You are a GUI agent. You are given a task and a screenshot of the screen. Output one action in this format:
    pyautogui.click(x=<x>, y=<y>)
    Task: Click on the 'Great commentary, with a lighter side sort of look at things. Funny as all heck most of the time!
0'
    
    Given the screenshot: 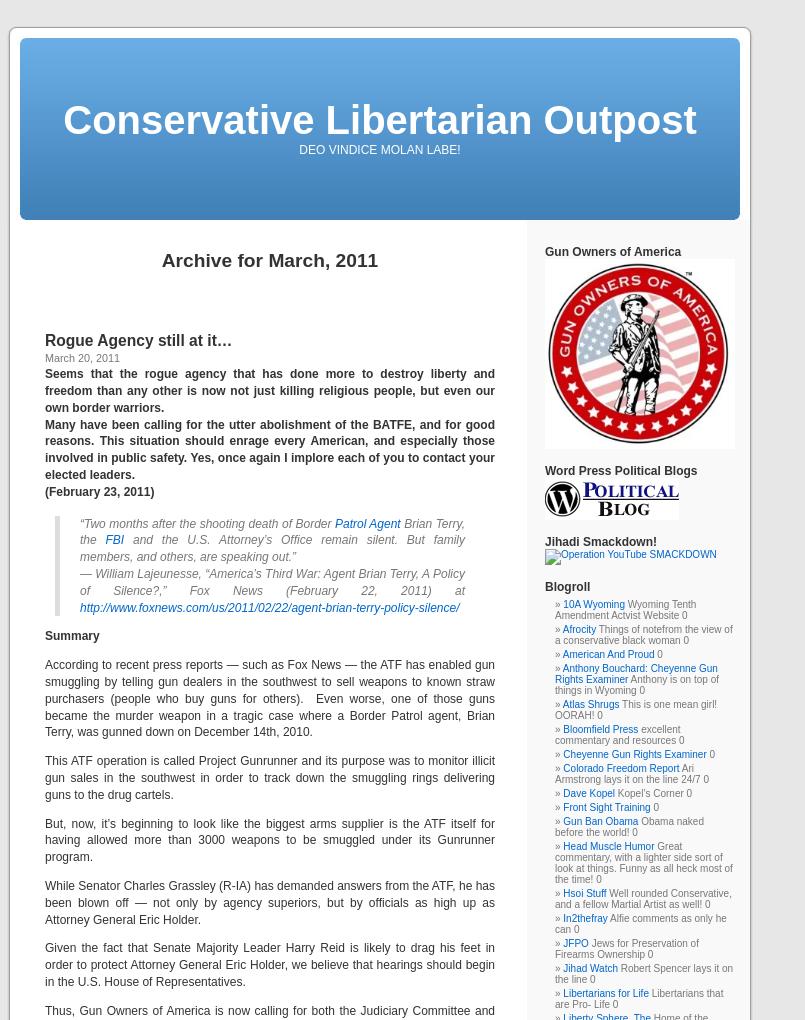 What is the action you would take?
    pyautogui.click(x=642, y=862)
    